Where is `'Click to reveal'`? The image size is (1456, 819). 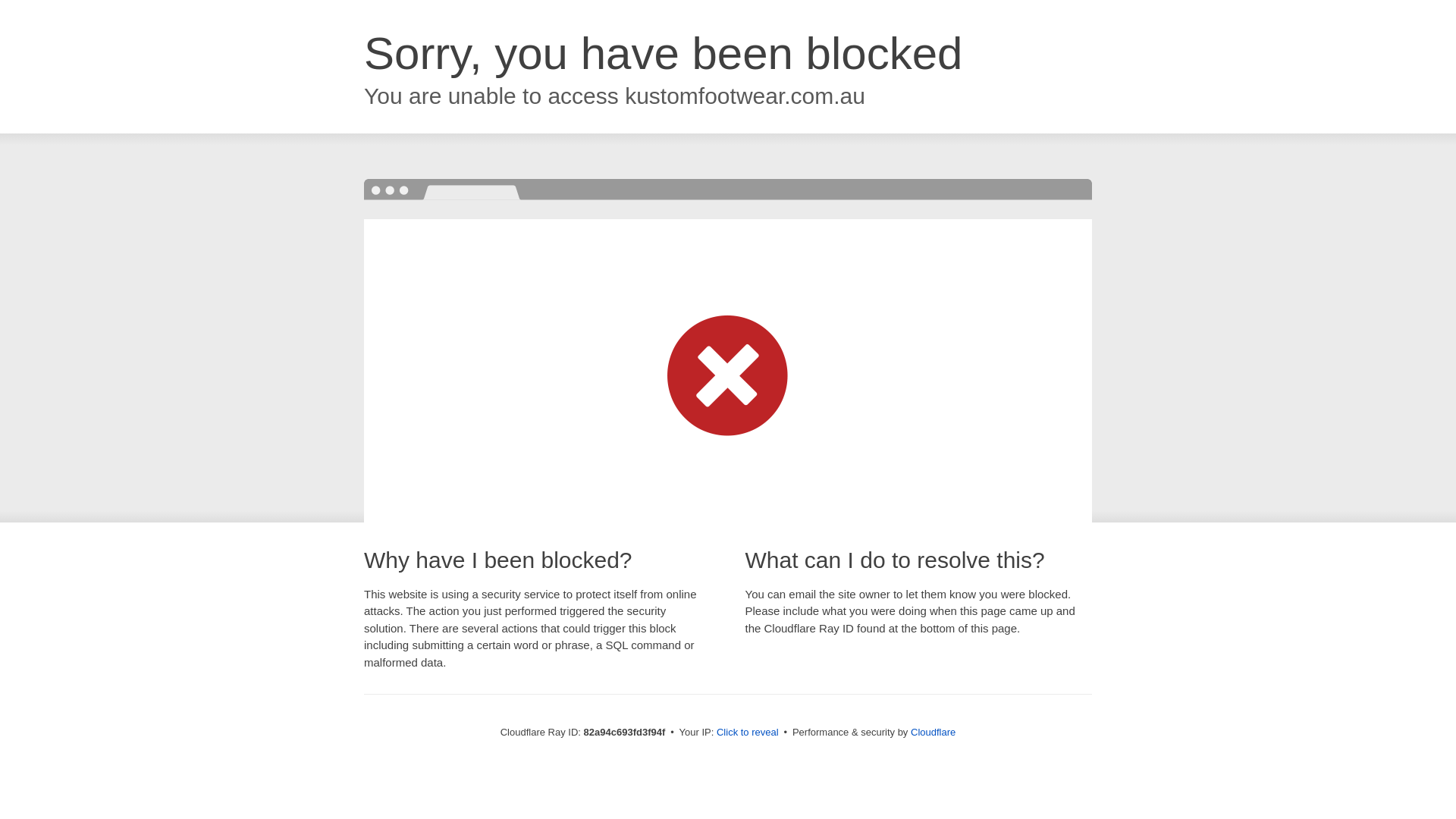
'Click to reveal' is located at coordinates (716, 731).